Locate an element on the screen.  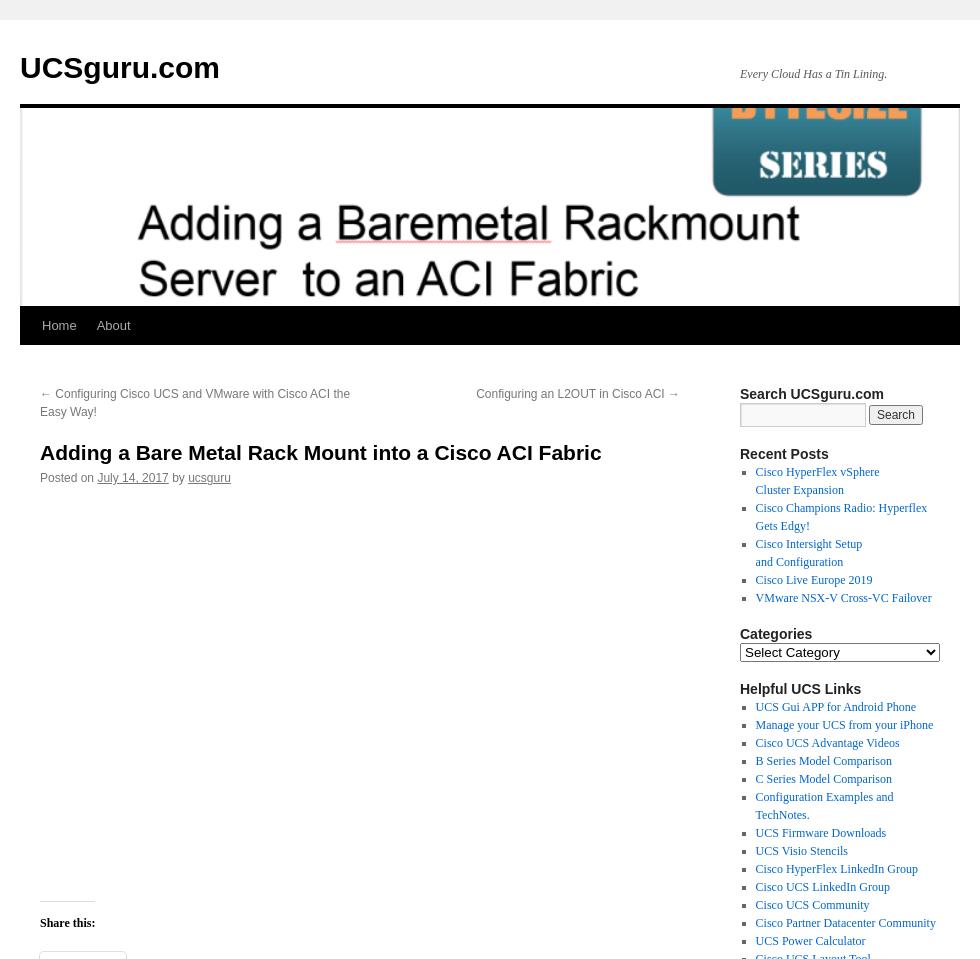
'Share this:' is located at coordinates (67, 923).